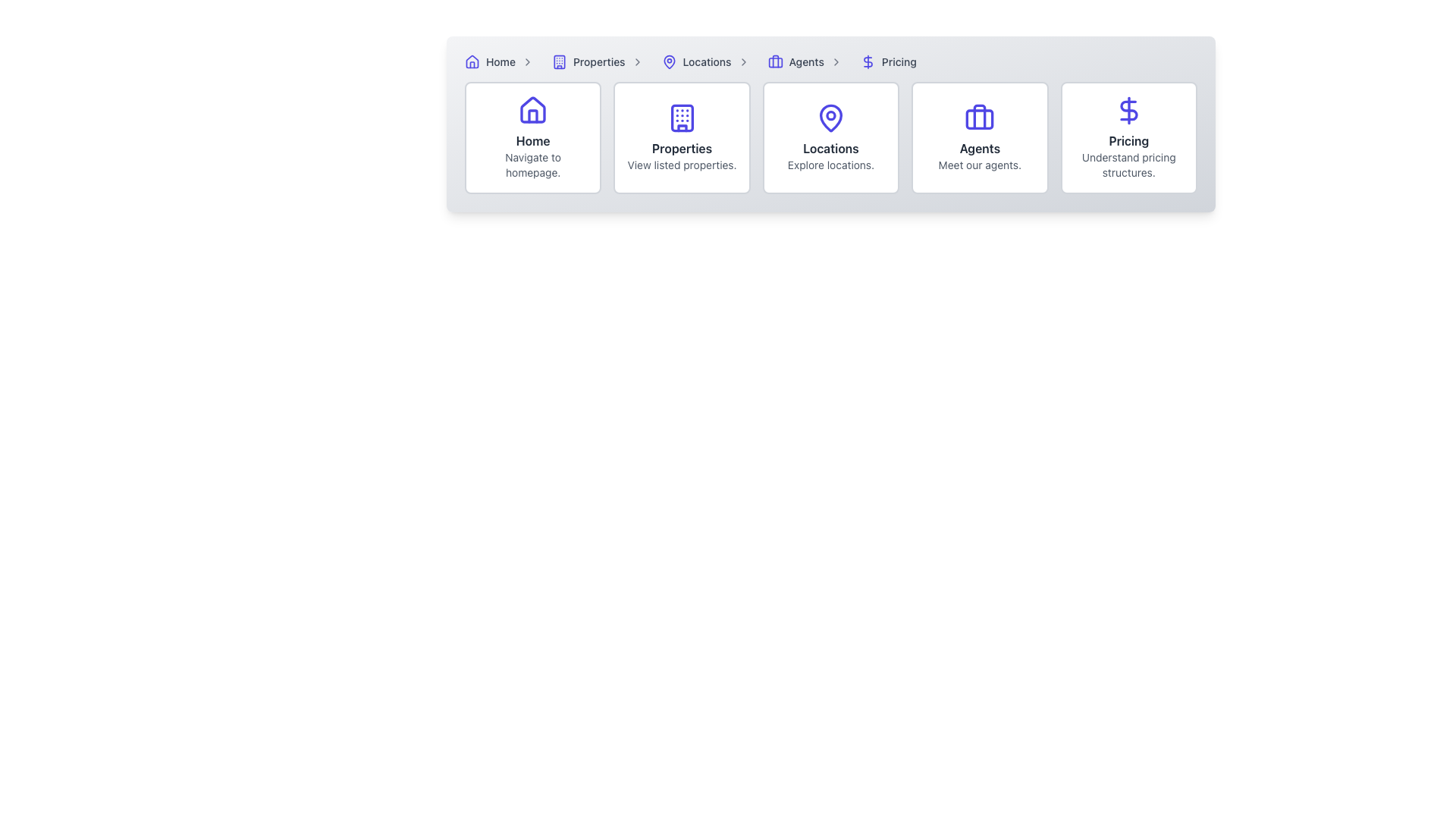 The height and width of the screenshot is (819, 1456). What do you see at coordinates (807, 61) in the screenshot?
I see `the 'Agents' breadcrumb navigation item, which is the fourth item in the breadcrumb sequence` at bounding box center [807, 61].